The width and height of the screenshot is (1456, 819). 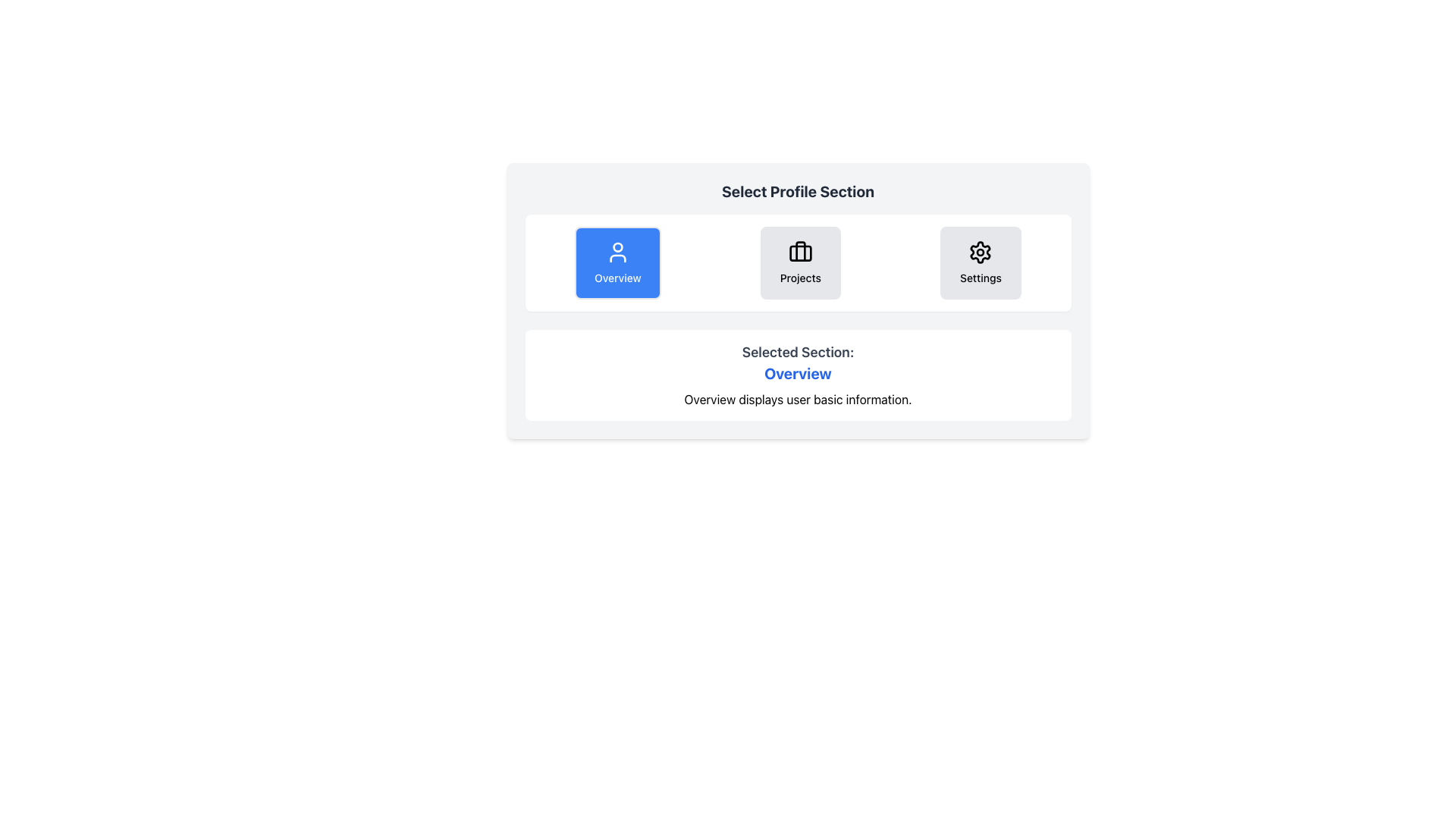 I want to click on the 'Projects' button, which is the middle option in a group of three buttons labeled 'Overview', 'Projects', and 'Settings', where 'Overview' is highlighted in blue and 'Projects' is selected, so click(x=797, y=262).